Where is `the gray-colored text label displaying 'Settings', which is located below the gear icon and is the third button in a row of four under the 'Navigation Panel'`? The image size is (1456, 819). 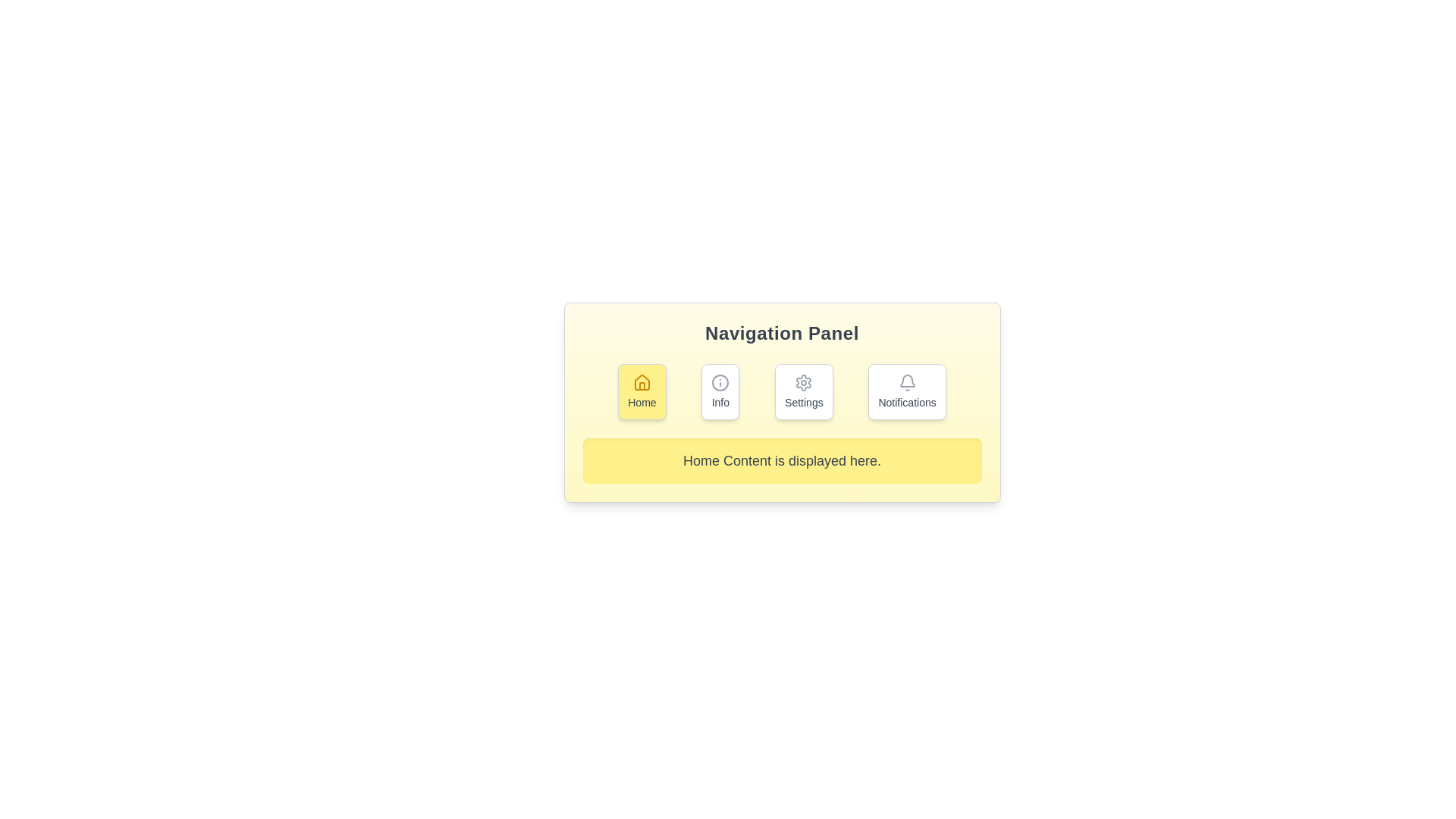
the gray-colored text label displaying 'Settings', which is located below the gear icon and is the third button in a row of four under the 'Navigation Panel' is located at coordinates (803, 402).